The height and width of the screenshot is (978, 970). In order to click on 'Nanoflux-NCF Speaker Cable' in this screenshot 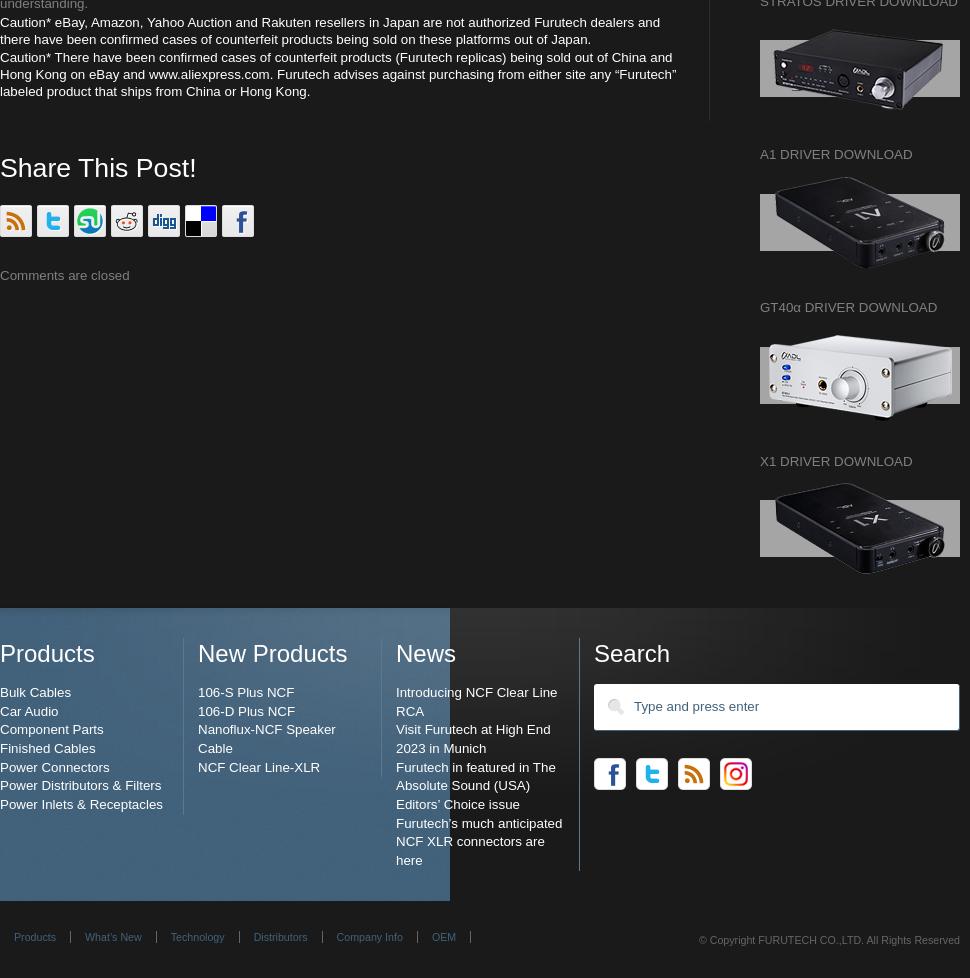, I will do `click(265, 737)`.